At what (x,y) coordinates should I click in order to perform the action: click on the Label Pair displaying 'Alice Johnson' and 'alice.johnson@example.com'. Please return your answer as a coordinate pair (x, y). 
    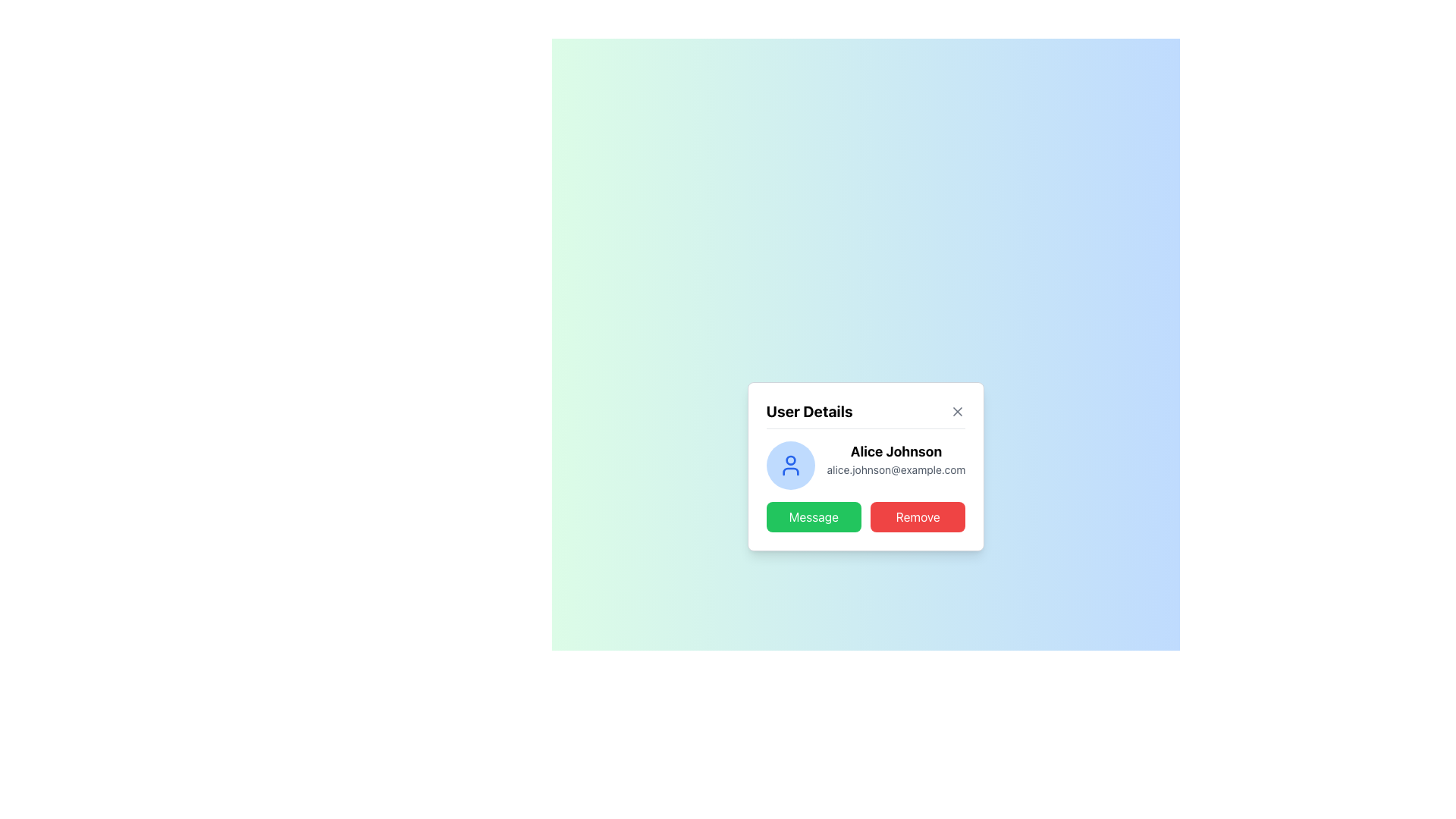
    Looking at the image, I should click on (896, 464).